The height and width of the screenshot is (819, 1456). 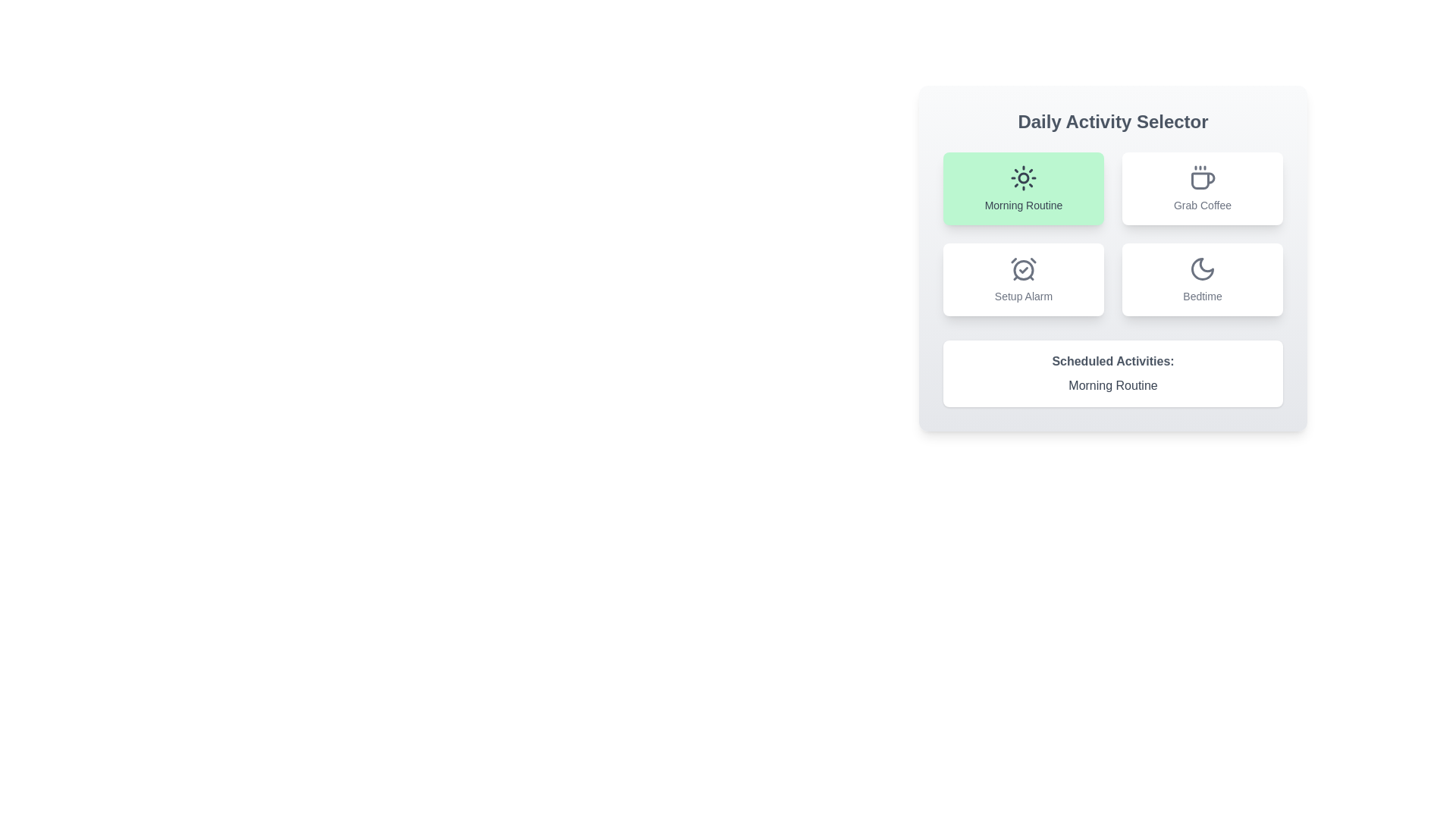 I want to click on the activity Bedtime by clicking its button, so click(x=1201, y=280).